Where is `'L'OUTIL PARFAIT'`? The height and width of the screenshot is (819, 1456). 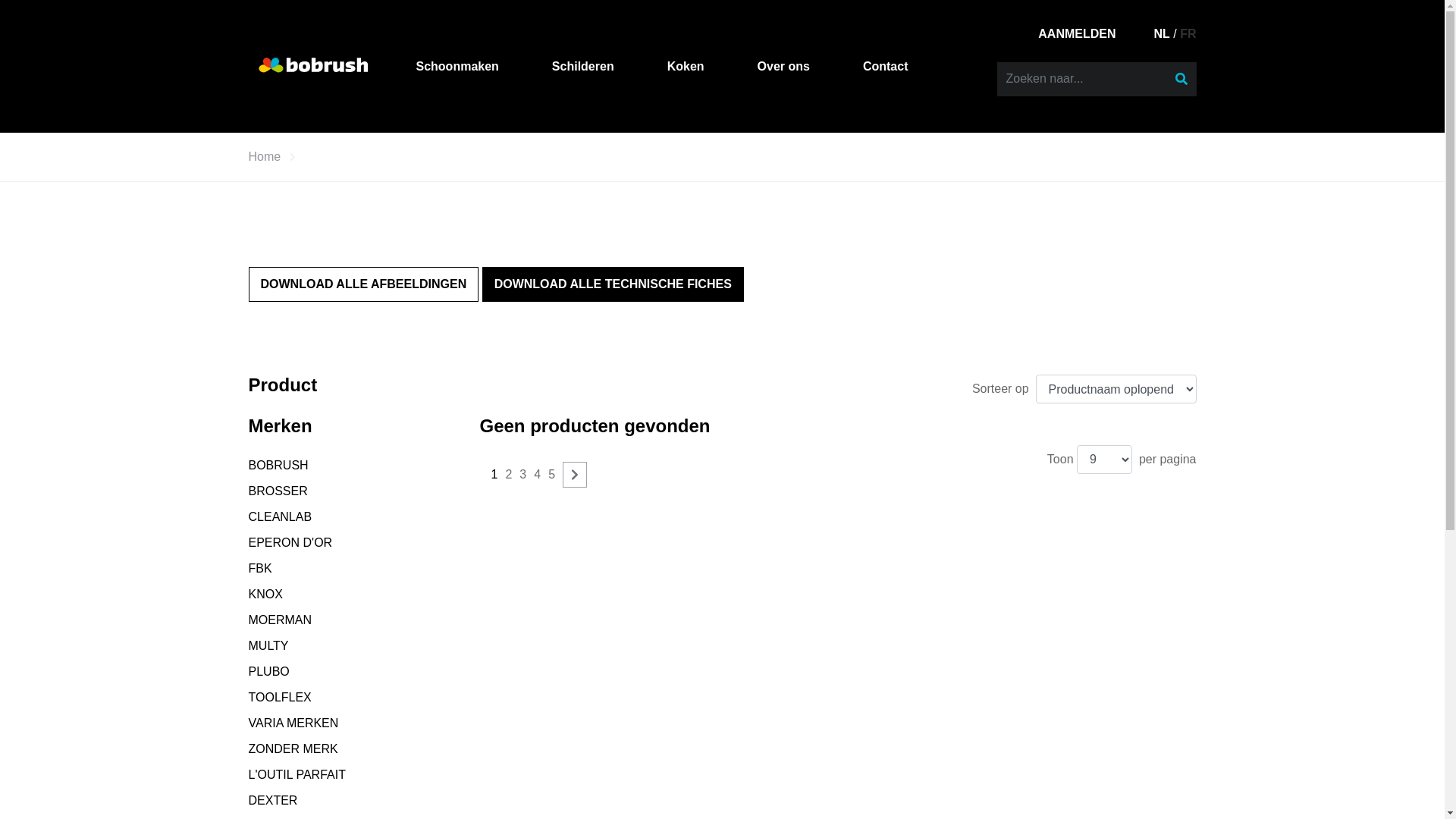
'L'OUTIL PARFAIT' is located at coordinates (297, 775).